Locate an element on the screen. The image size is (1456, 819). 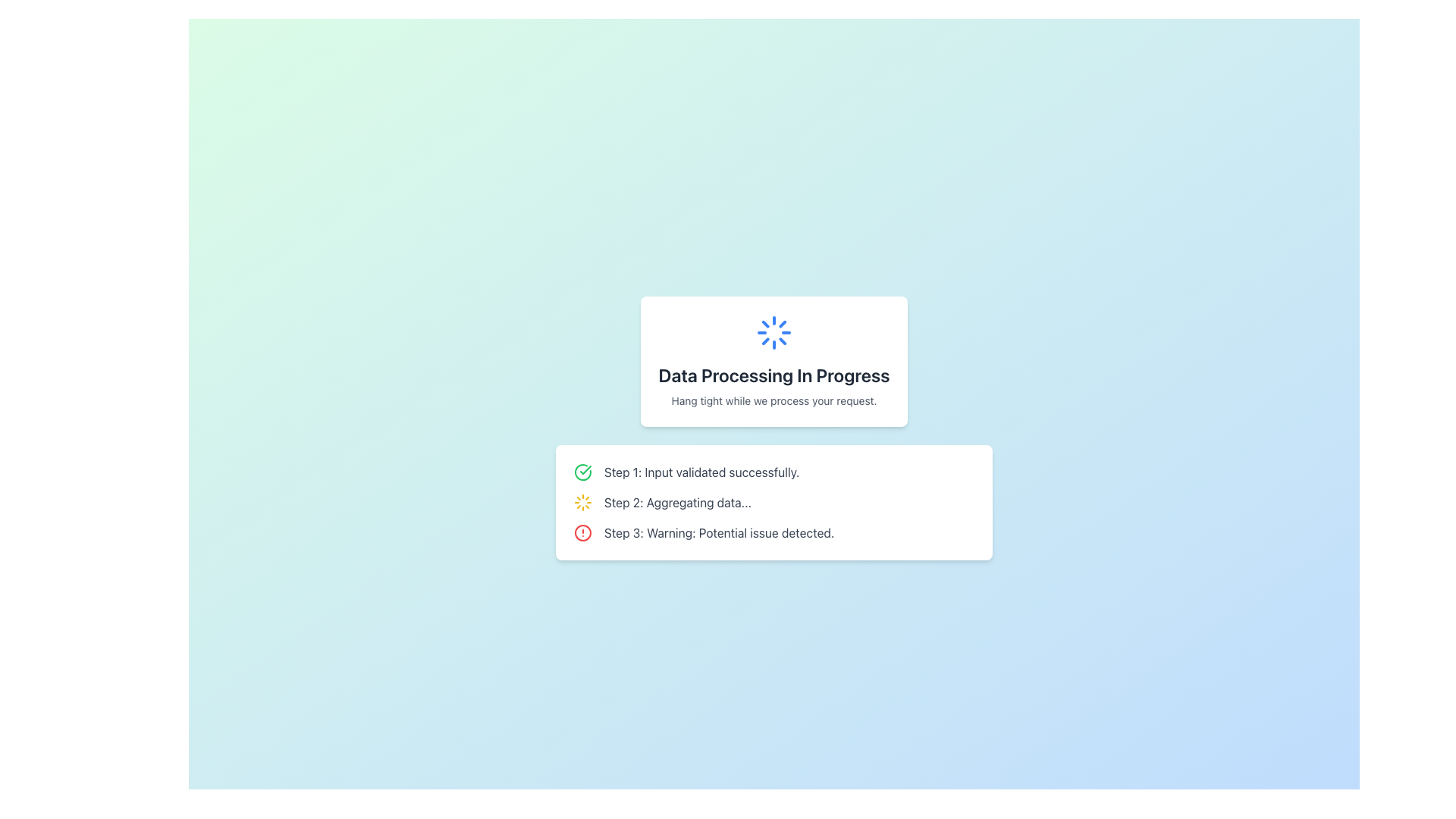
the Loading Indicator that visually indicates a process is running, located centrally aligned with the label 'Data Processing In Progress' is located at coordinates (774, 332).